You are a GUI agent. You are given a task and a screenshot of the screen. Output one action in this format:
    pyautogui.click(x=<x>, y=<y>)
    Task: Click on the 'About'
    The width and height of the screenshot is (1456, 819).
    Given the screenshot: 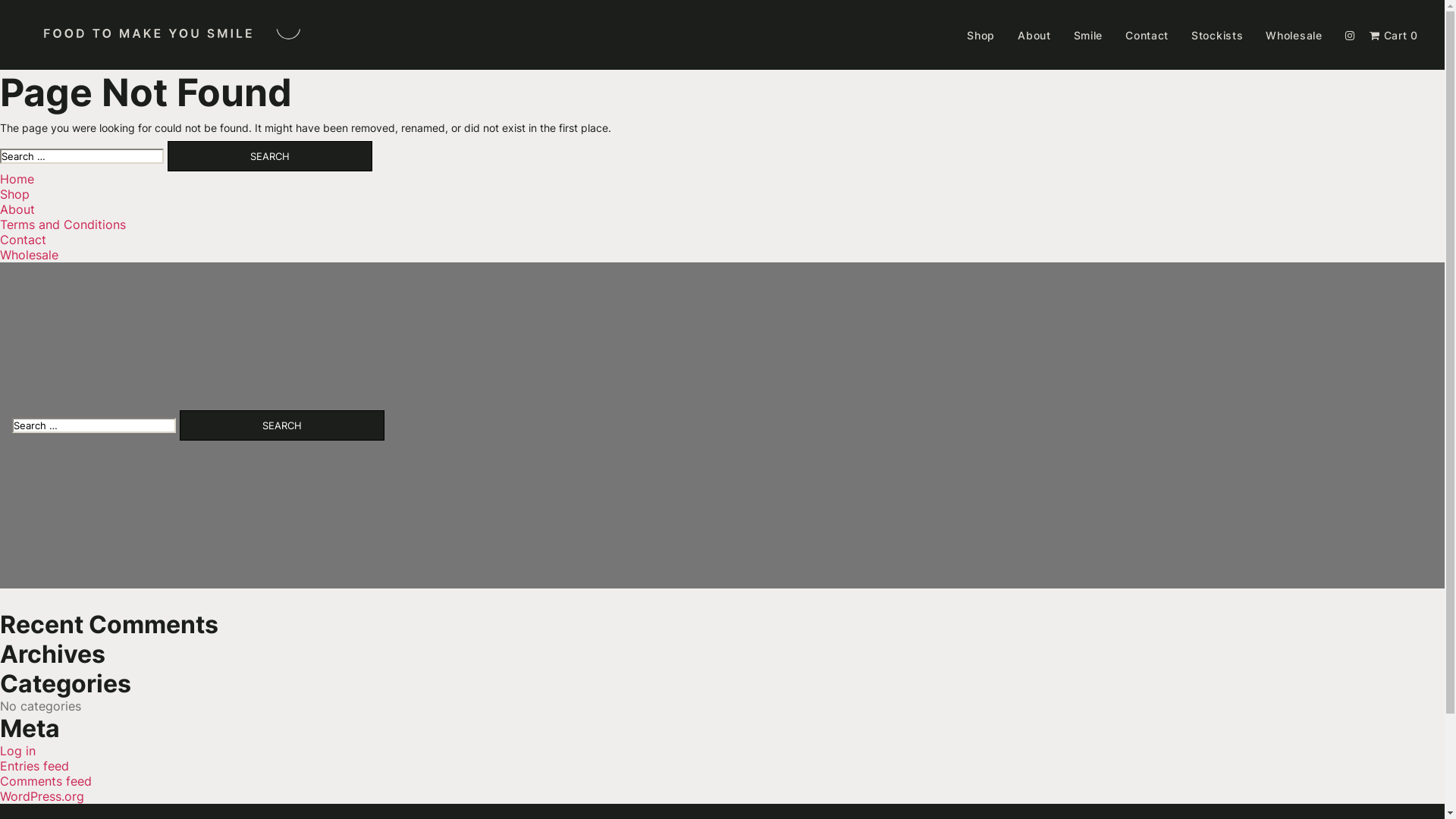 What is the action you would take?
    pyautogui.click(x=17, y=209)
    